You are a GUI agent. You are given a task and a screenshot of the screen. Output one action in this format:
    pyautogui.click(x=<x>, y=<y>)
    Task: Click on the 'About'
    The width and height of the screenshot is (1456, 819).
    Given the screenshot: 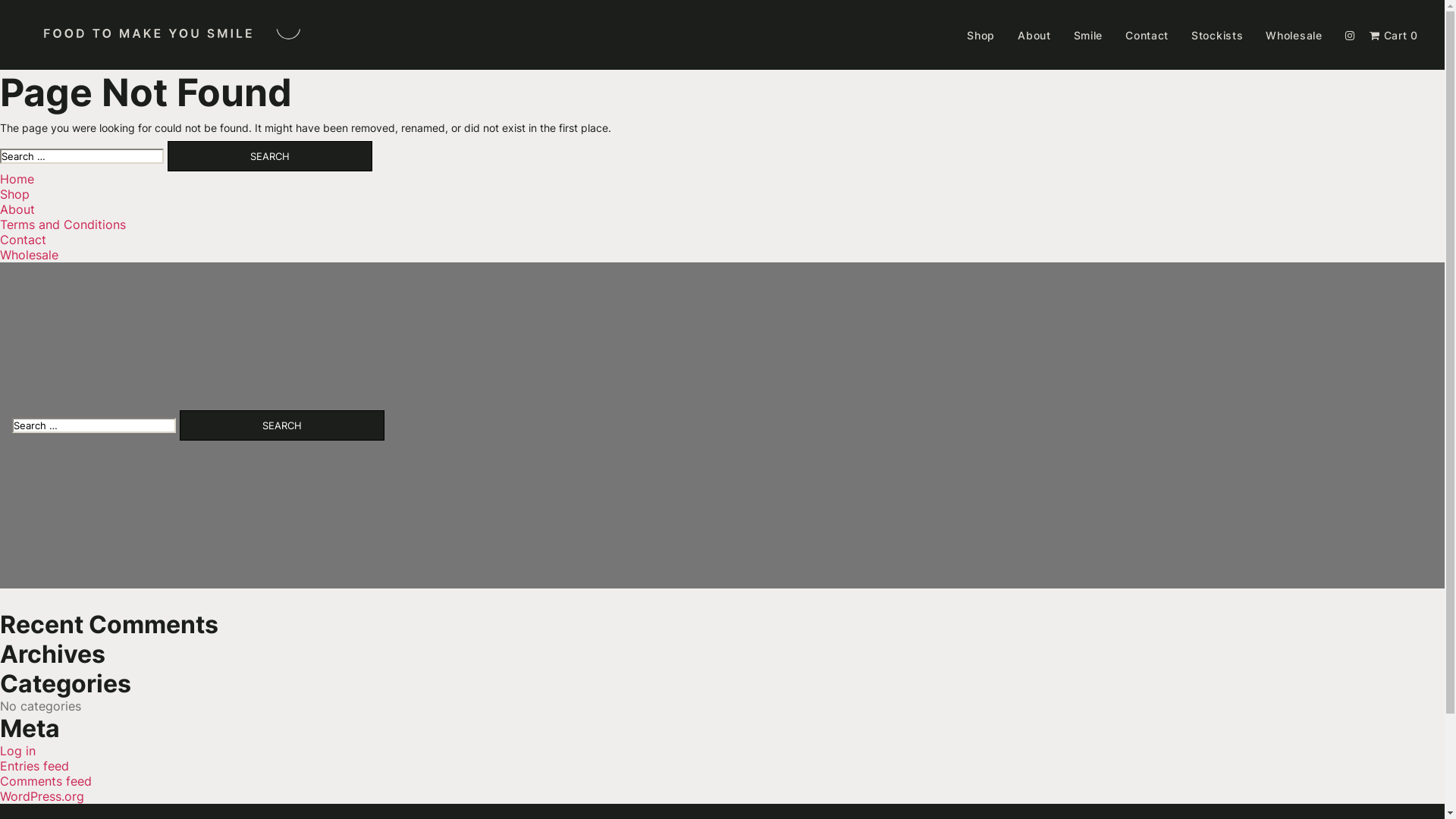 What is the action you would take?
    pyautogui.click(x=17, y=209)
    